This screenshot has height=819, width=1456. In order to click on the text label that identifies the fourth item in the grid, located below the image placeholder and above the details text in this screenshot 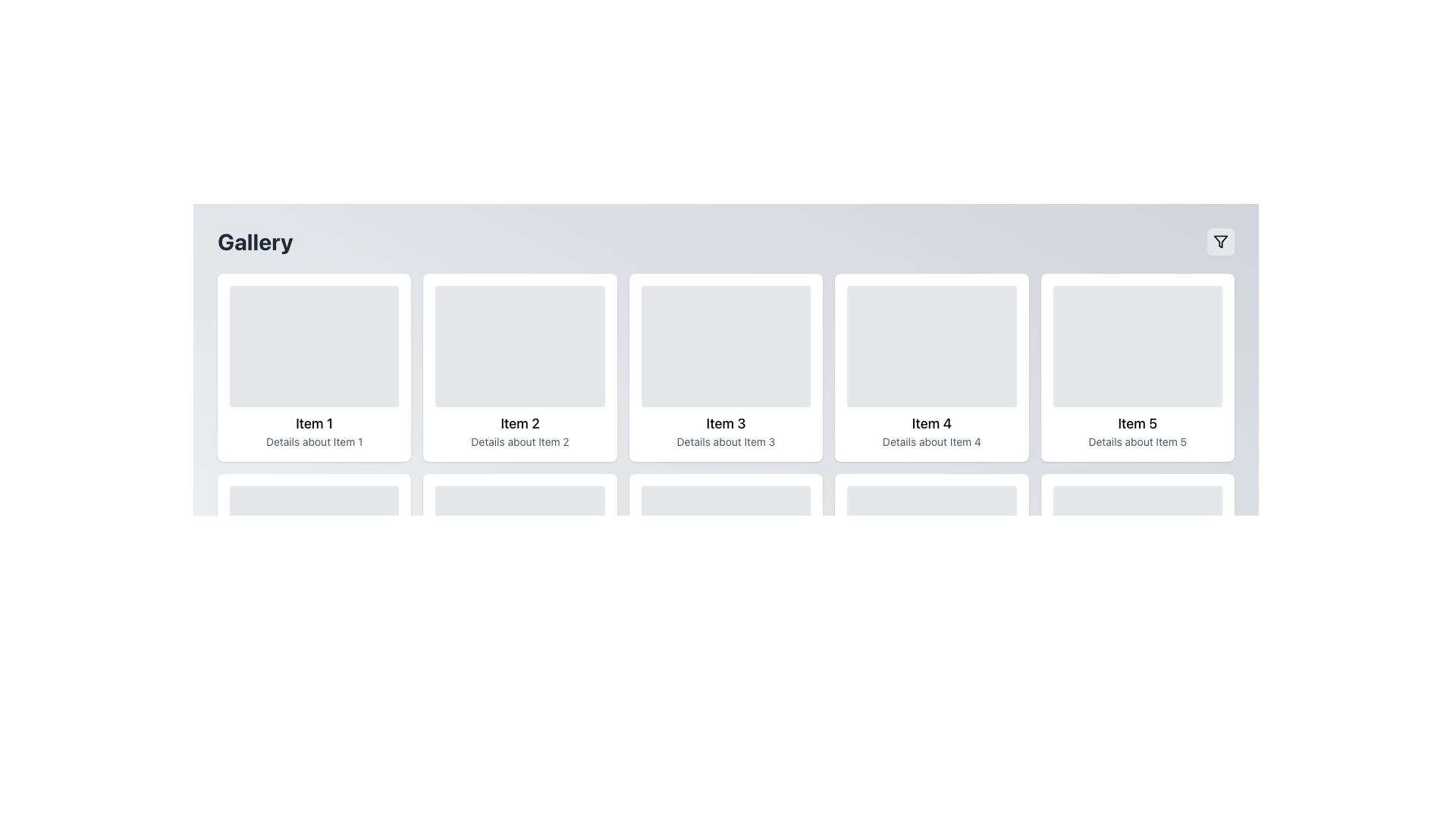, I will do `click(930, 424)`.